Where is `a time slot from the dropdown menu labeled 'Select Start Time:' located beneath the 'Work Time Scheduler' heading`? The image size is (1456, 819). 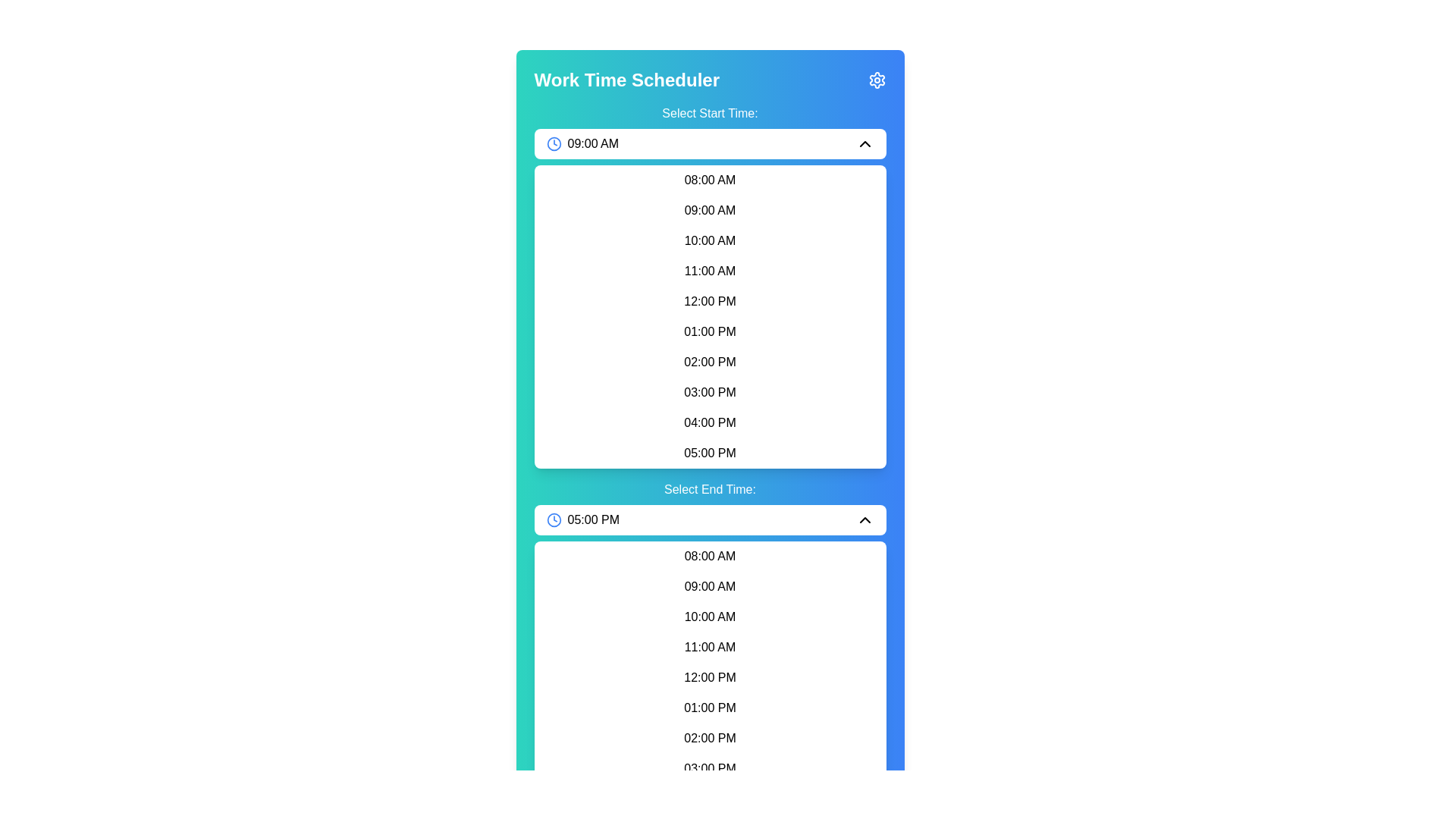
a time slot from the dropdown menu labeled 'Select Start Time:' located beneath the 'Work Time Scheduler' heading is located at coordinates (709, 287).